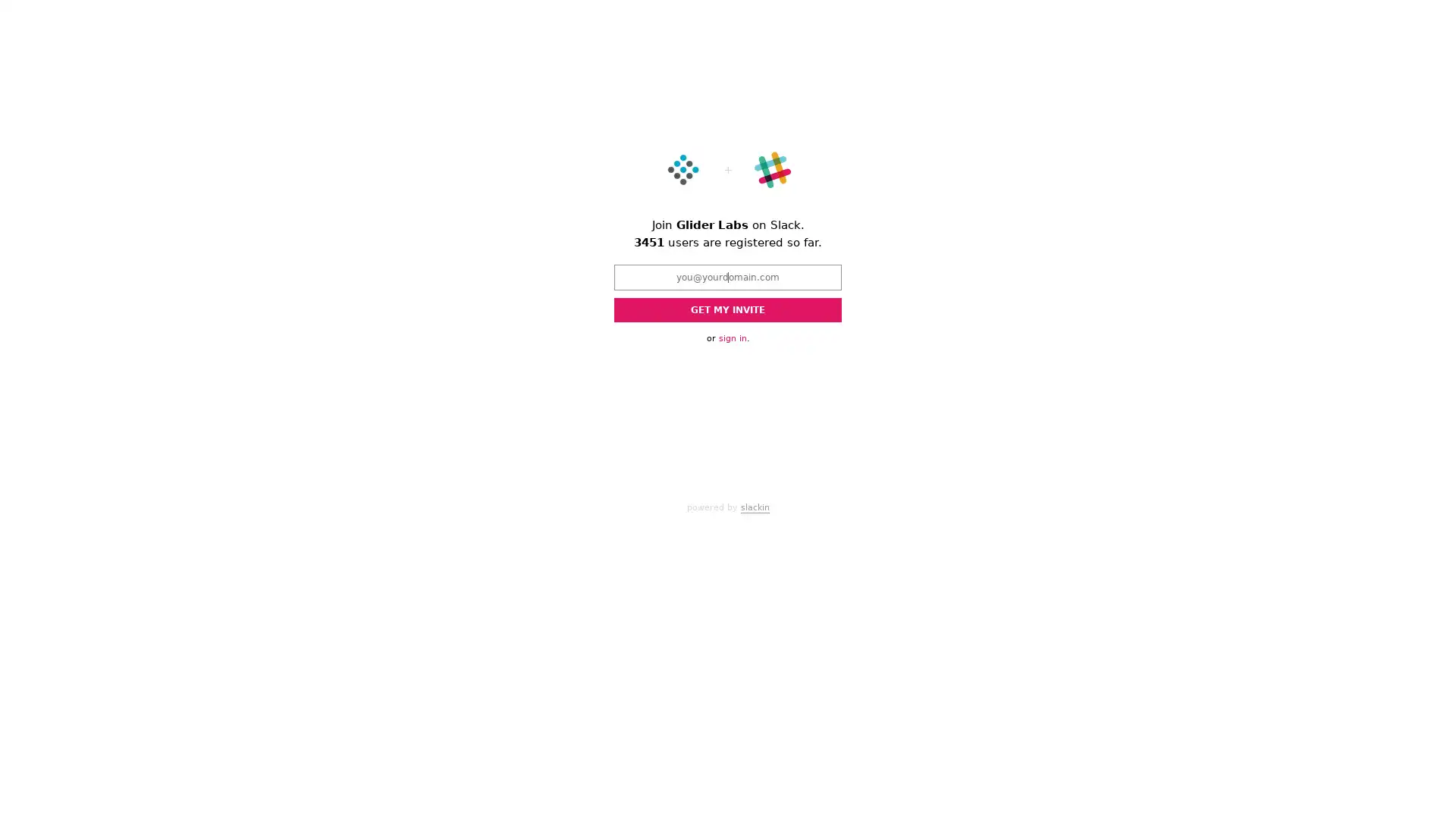  What do you see at coordinates (728, 309) in the screenshot?
I see `GET MY INVITE` at bounding box center [728, 309].